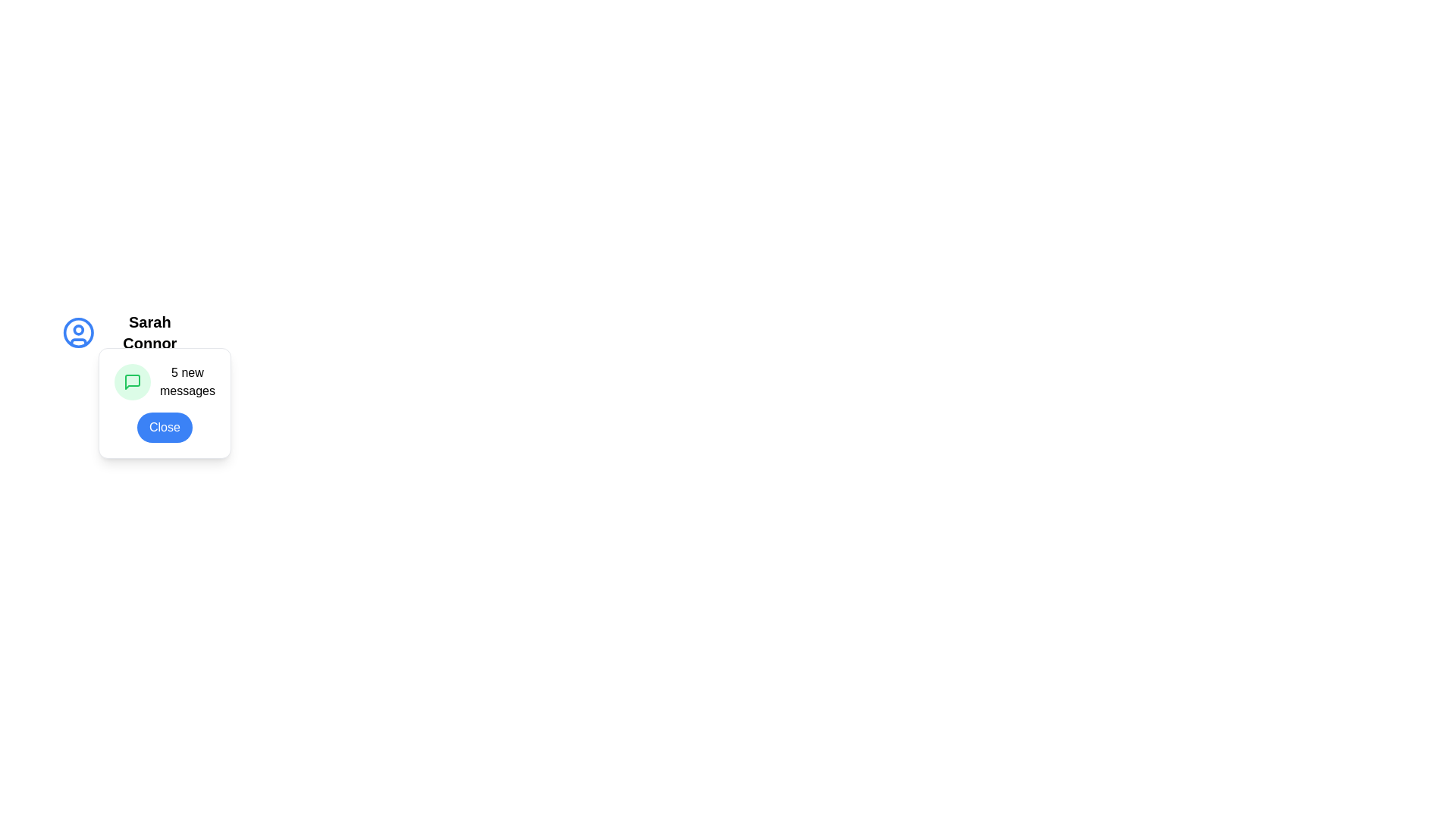 The width and height of the screenshot is (1456, 819). Describe the element at coordinates (165, 381) in the screenshot. I see `the Notification indicator that notifies the user about 5 new unread messages, located near the center-left of the interface, slightly below the user's name and picture` at that location.